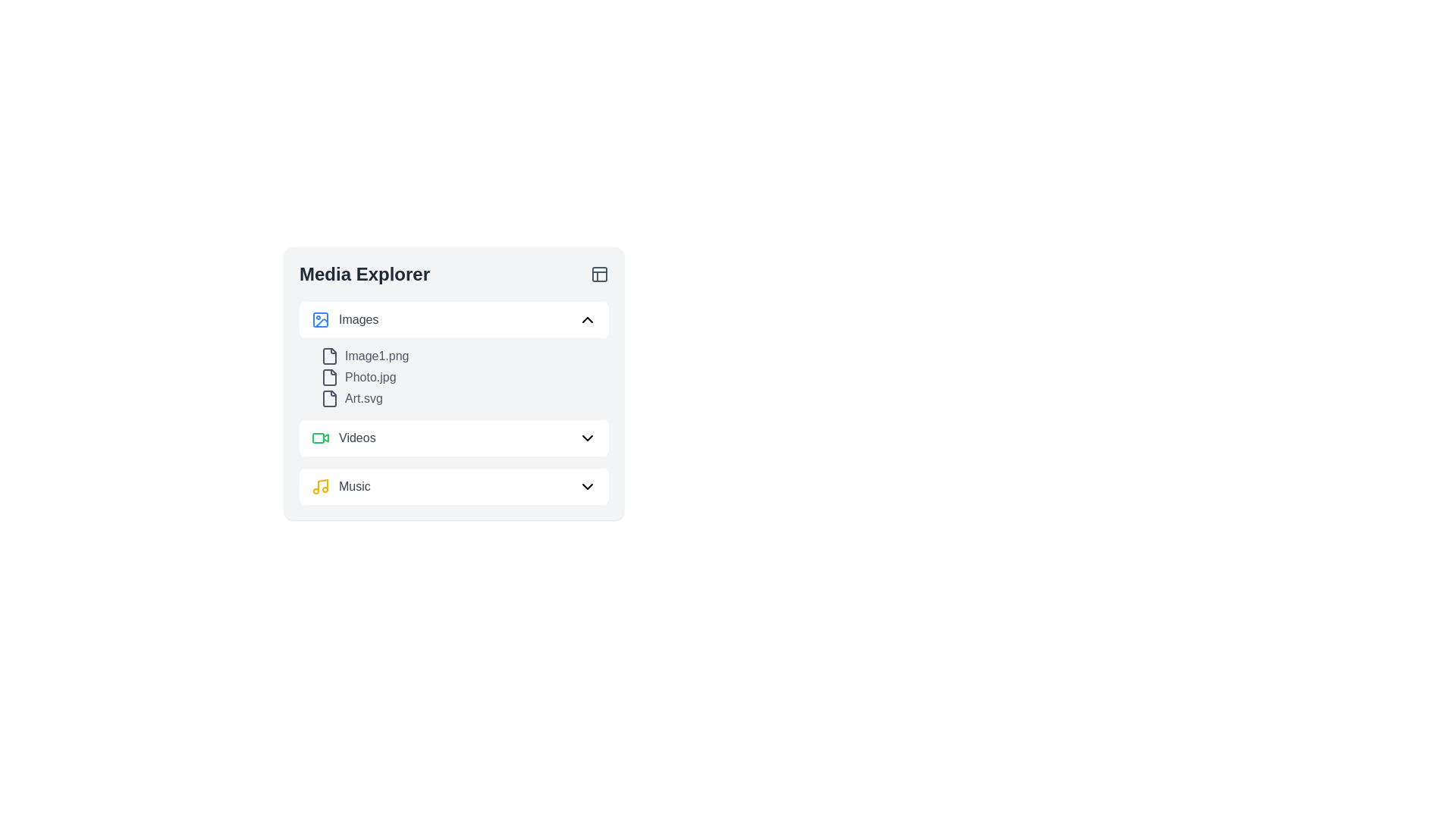 The image size is (1456, 819). Describe the element at coordinates (586, 486) in the screenshot. I see `the down-facing chevron arrow icon located on the rightmost side of the 'Music' list item in the Media Explorer` at that location.